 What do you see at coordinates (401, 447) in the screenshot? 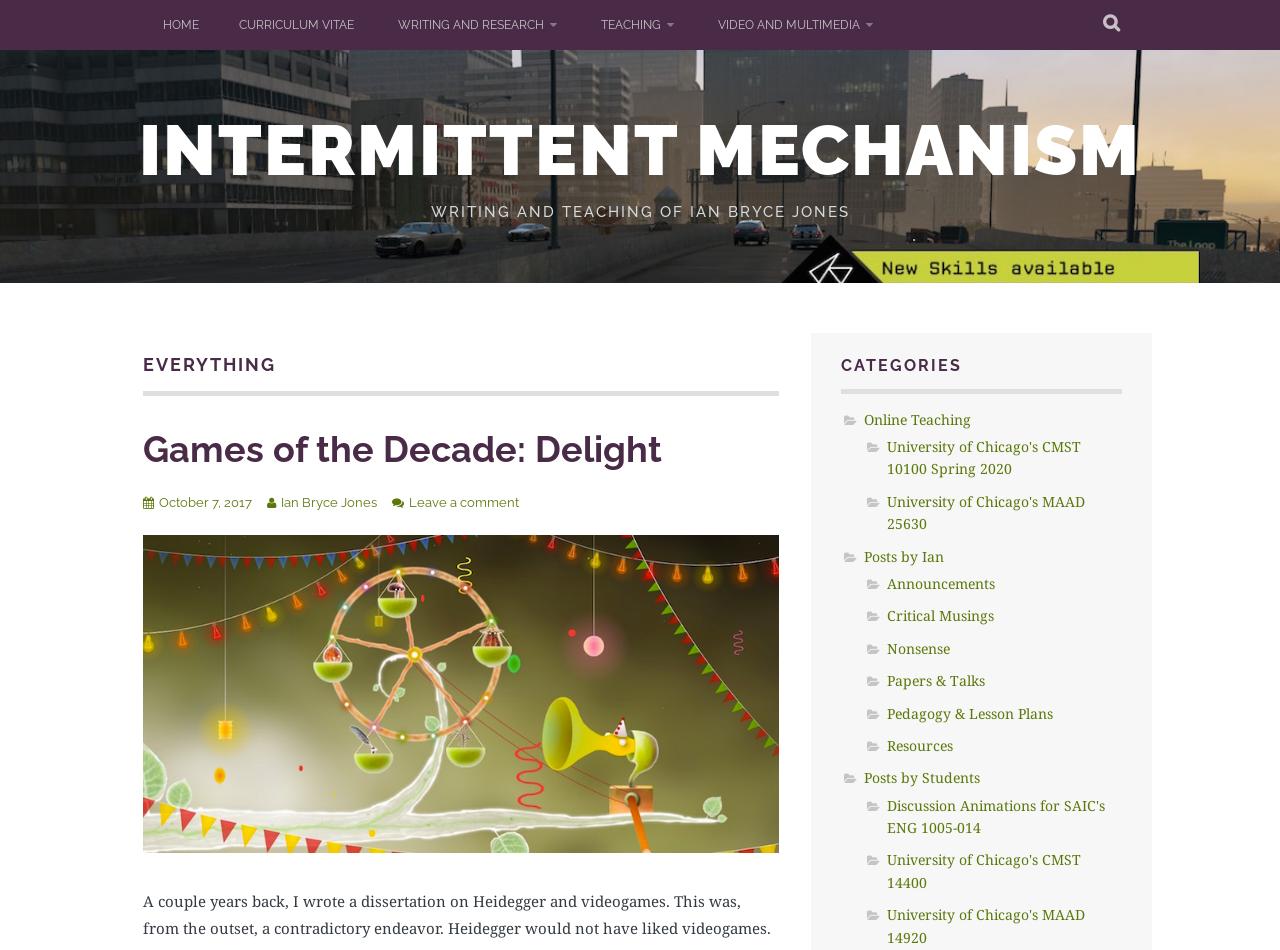
I see `'Games of the Decade: Delight'` at bounding box center [401, 447].